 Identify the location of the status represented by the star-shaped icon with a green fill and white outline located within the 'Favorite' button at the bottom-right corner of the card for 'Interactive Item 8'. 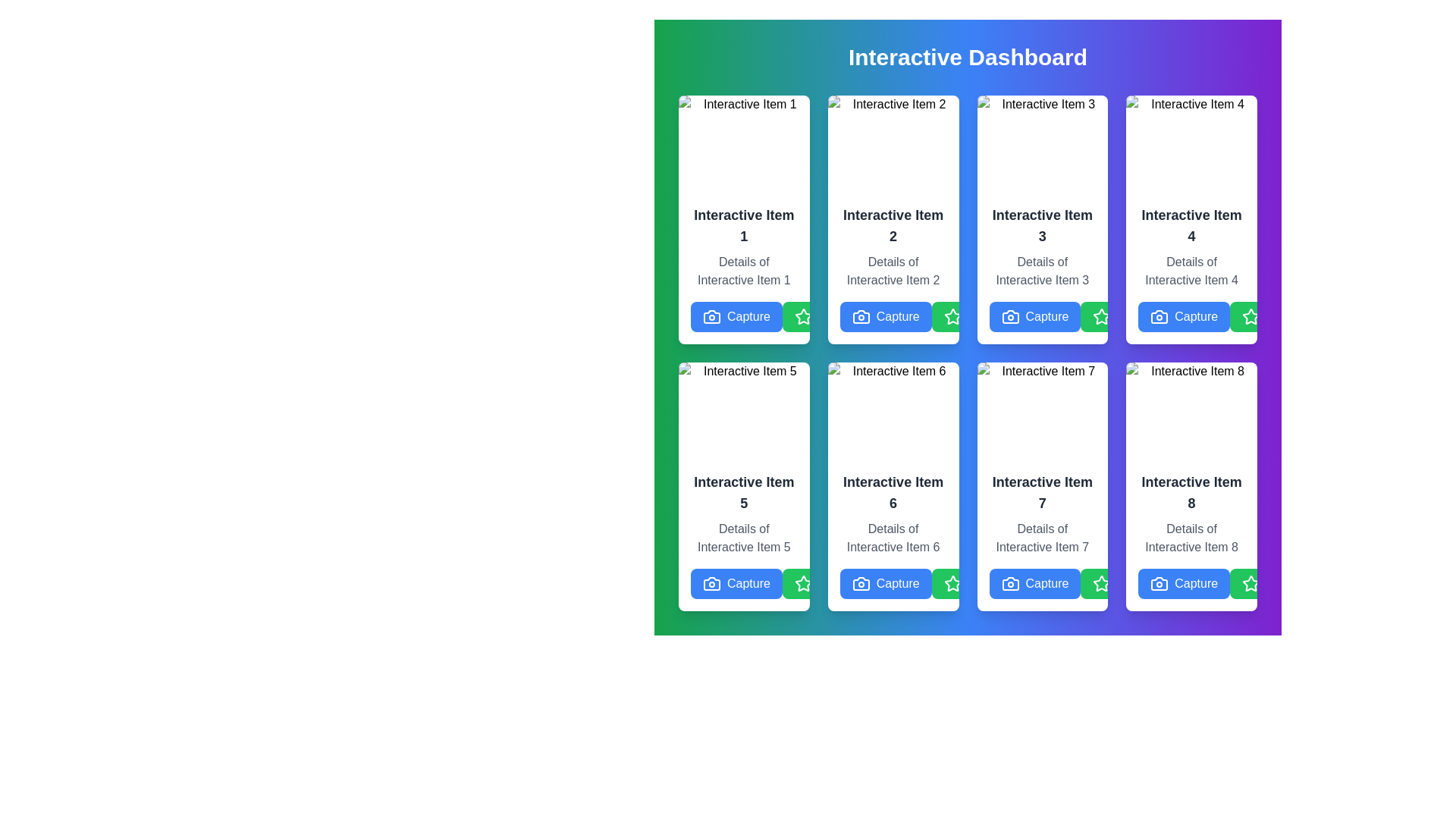
(1251, 583).